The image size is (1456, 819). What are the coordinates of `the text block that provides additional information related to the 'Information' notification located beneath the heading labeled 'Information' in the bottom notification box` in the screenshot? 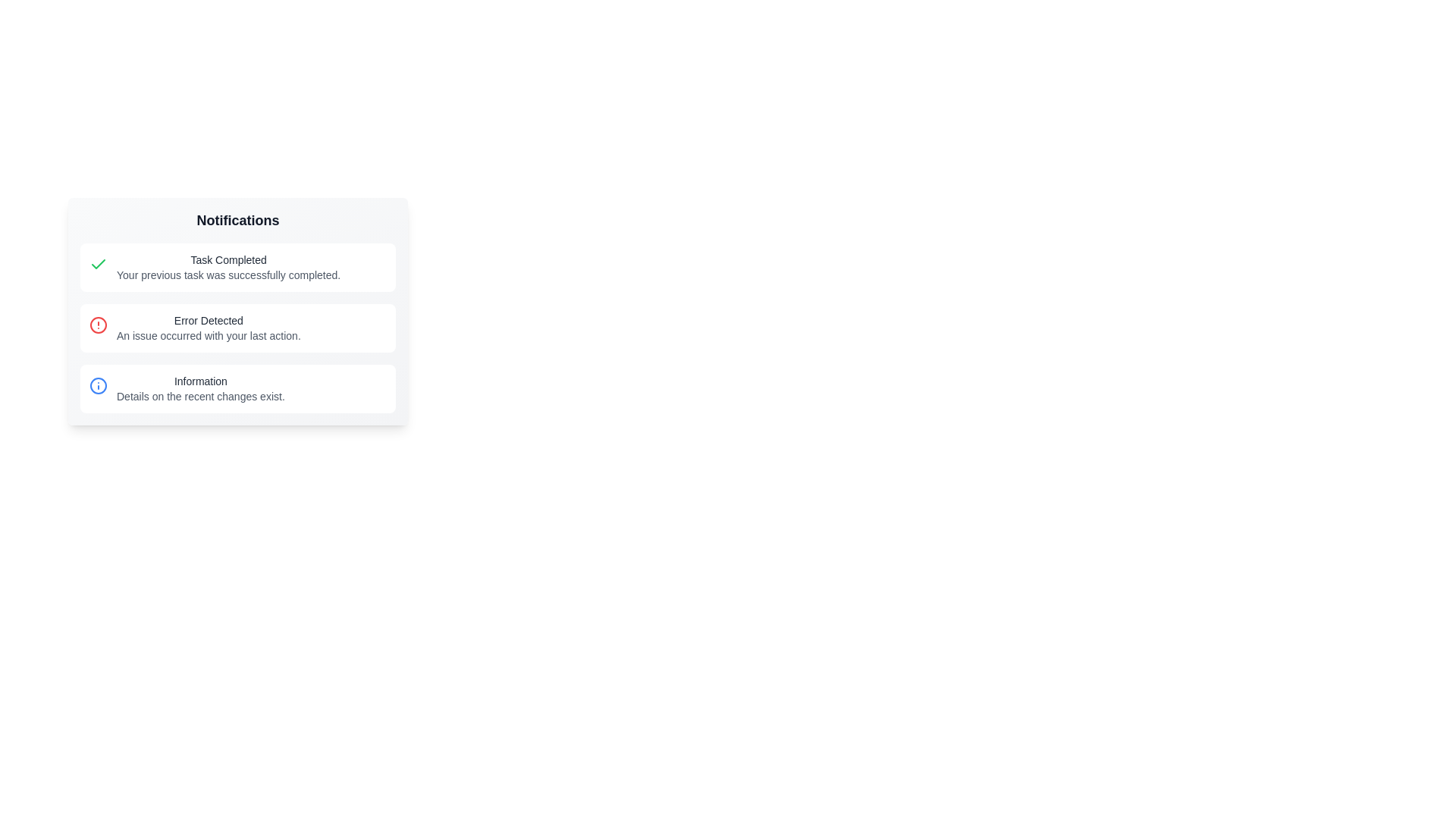 It's located at (199, 396).